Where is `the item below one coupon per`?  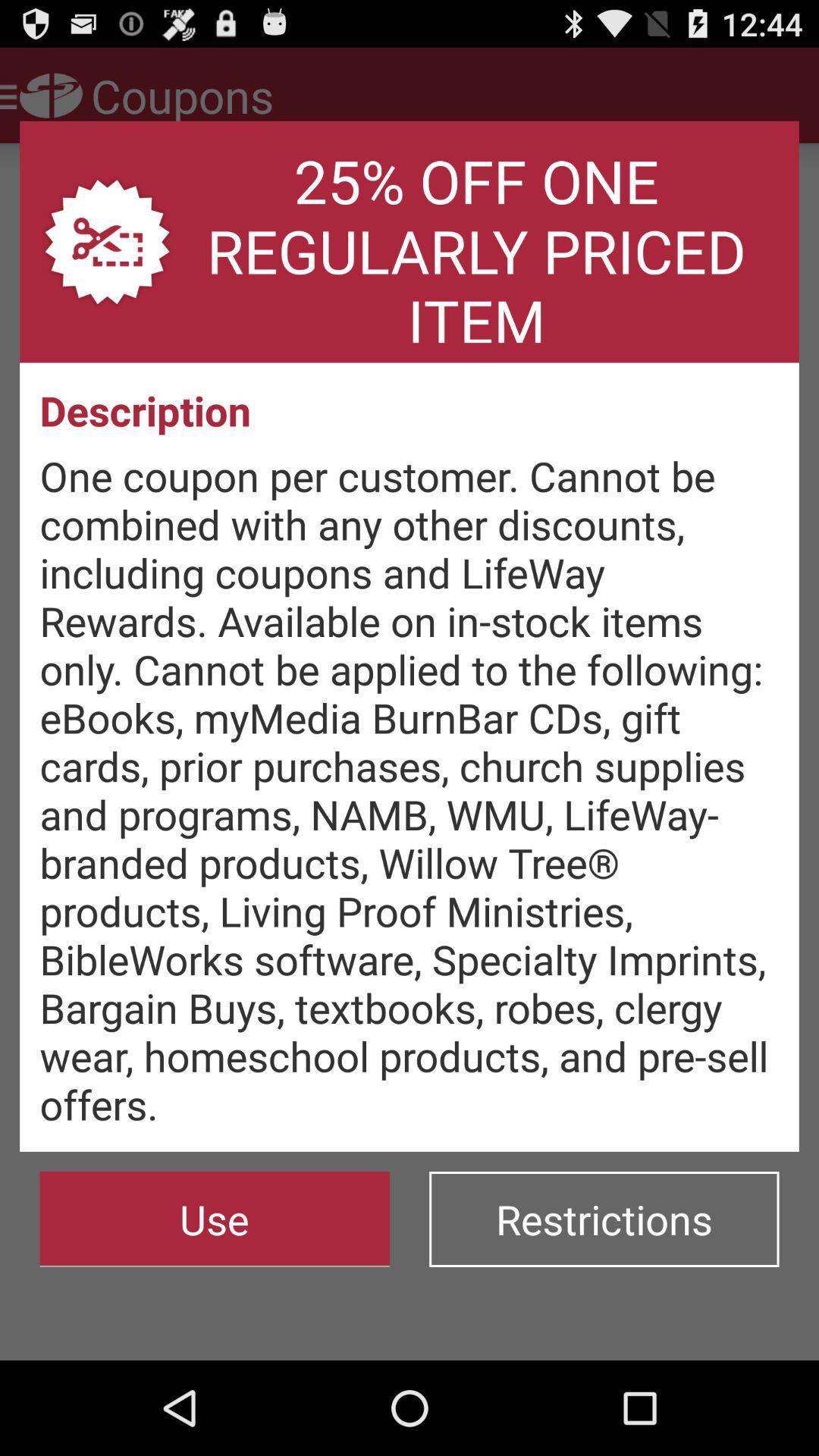 the item below one coupon per is located at coordinates (603, 1219).